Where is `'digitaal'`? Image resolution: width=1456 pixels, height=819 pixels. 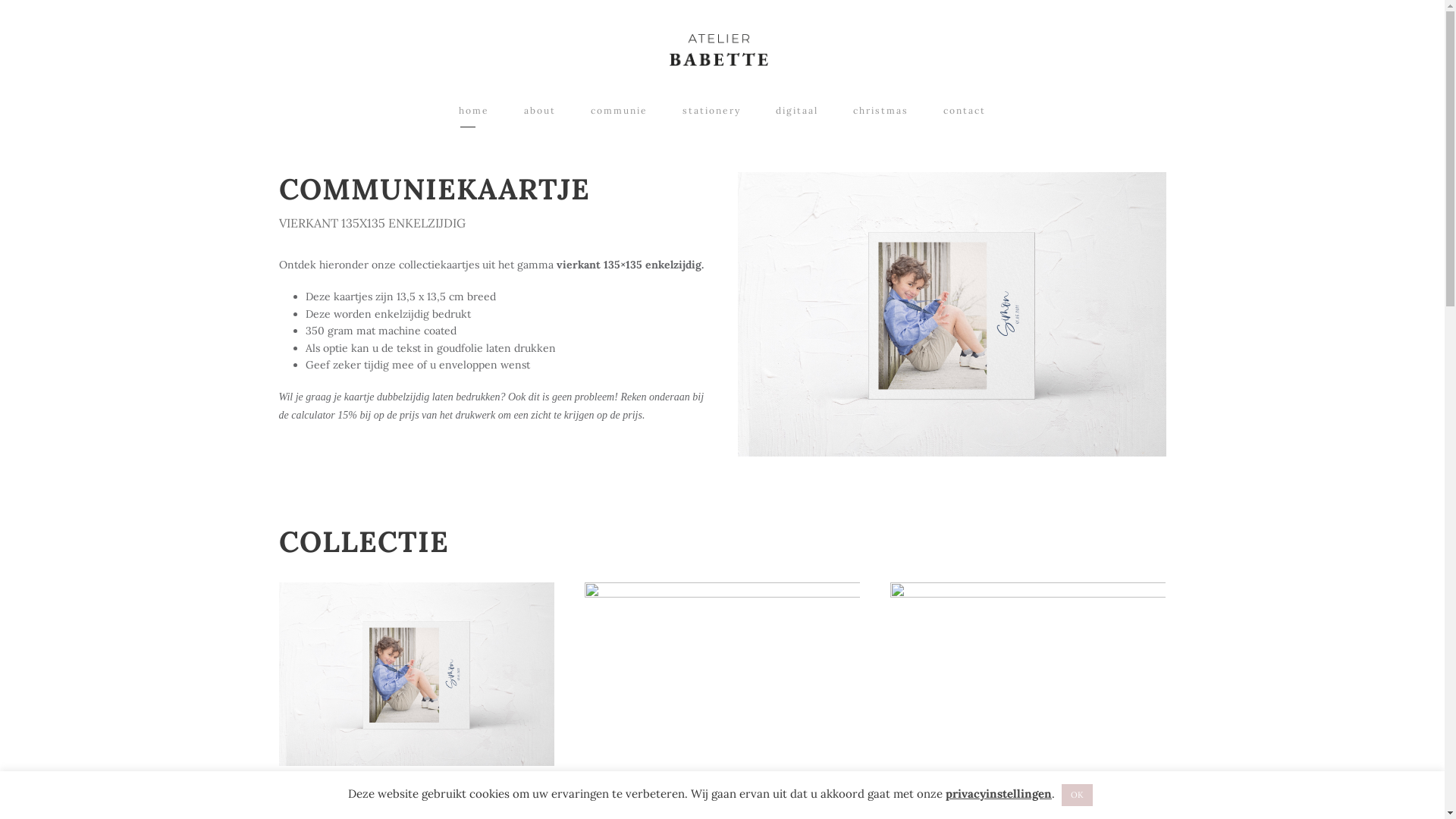 'digitaal' is located at coordinates (775, 113).